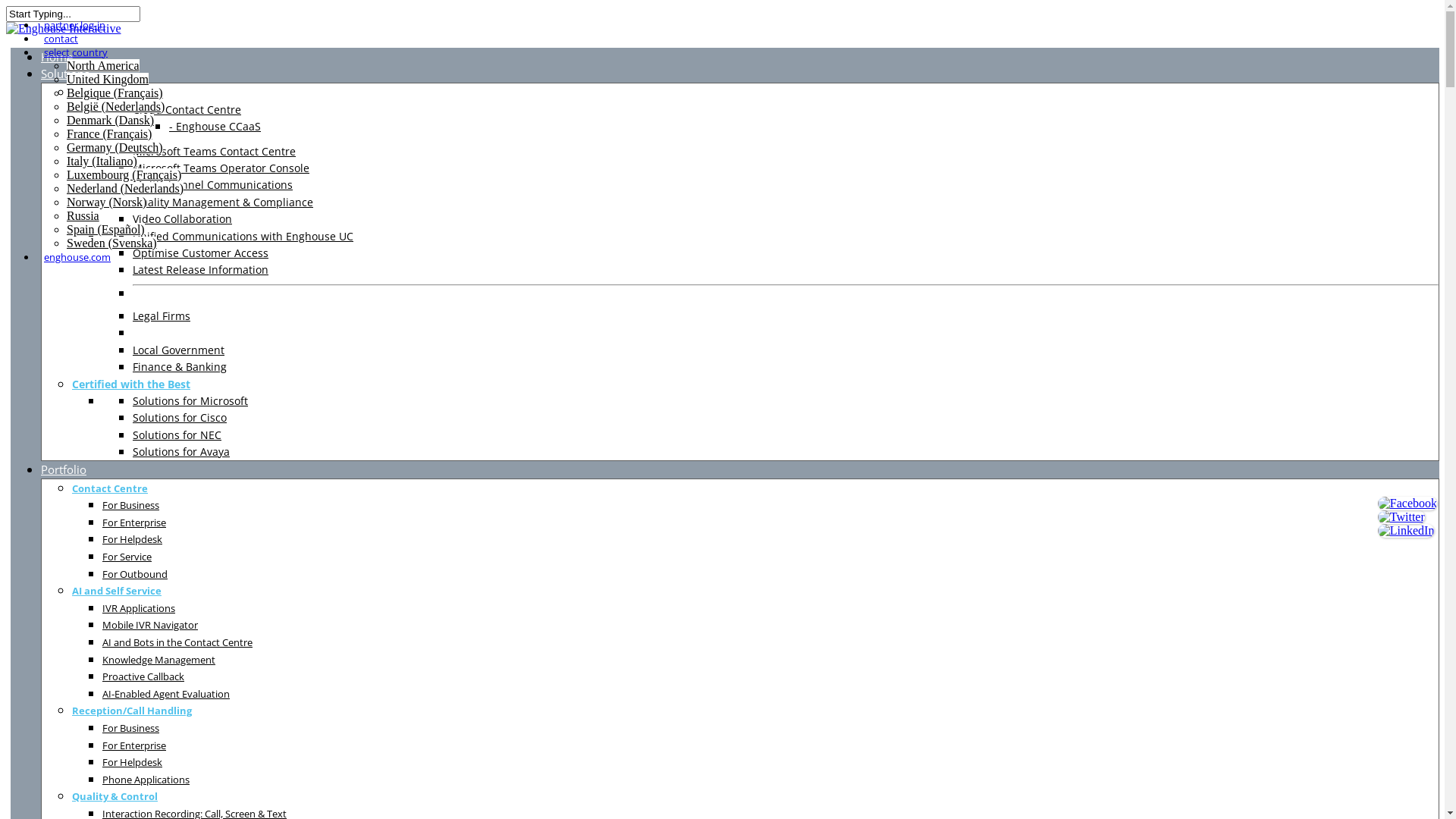 Image resolution: width=1456 pixels, height=819 pixels. Describe the element at coordinates (130, 726) in the screenshot. I see `'For Business'` at that location.